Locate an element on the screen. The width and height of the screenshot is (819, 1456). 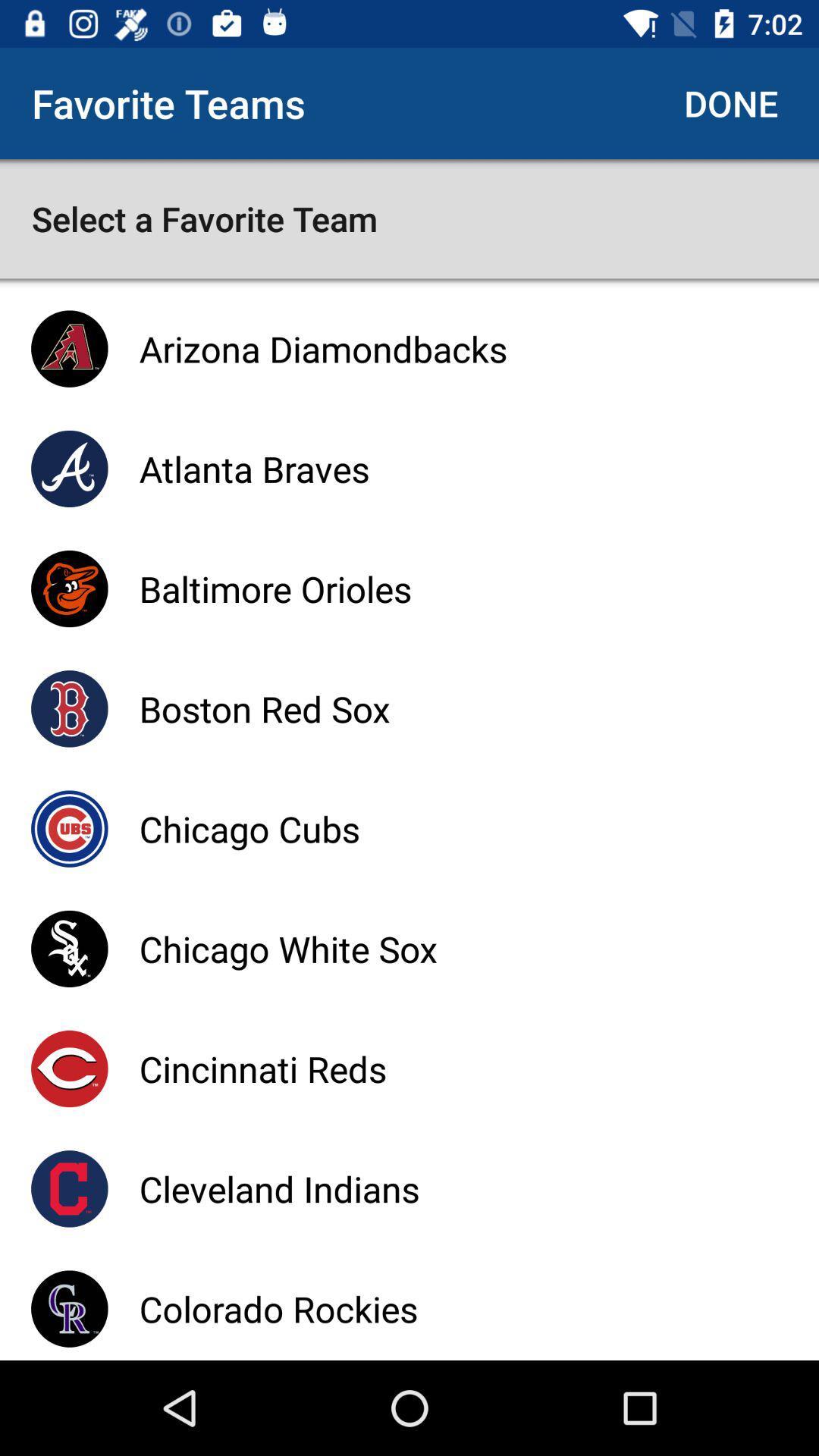
item at the top right corner is located at coordinates (730, 102).